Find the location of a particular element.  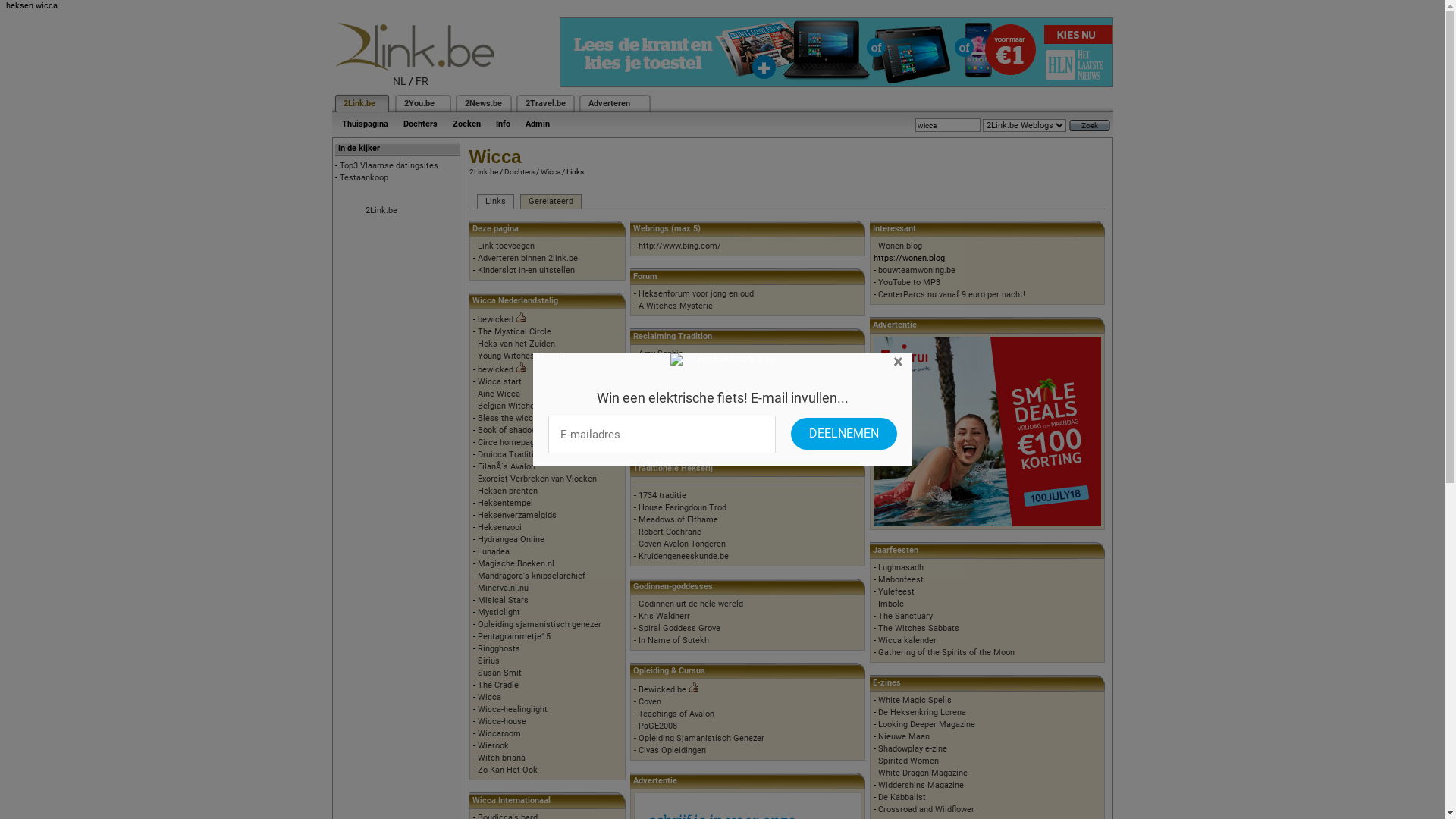

'Wicca-house' is located at coordinates (502, 720).